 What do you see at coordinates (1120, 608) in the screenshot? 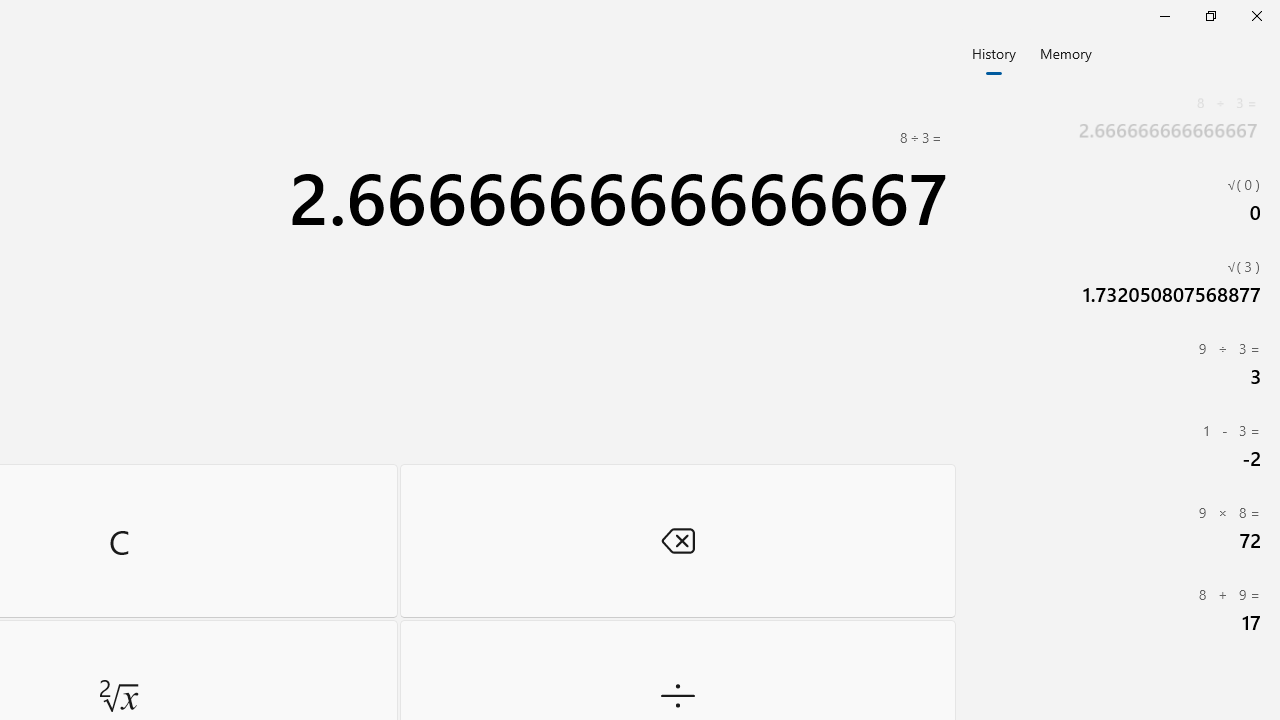
I see `'8 + 9= 17'` at bounding box center [1120, 608].